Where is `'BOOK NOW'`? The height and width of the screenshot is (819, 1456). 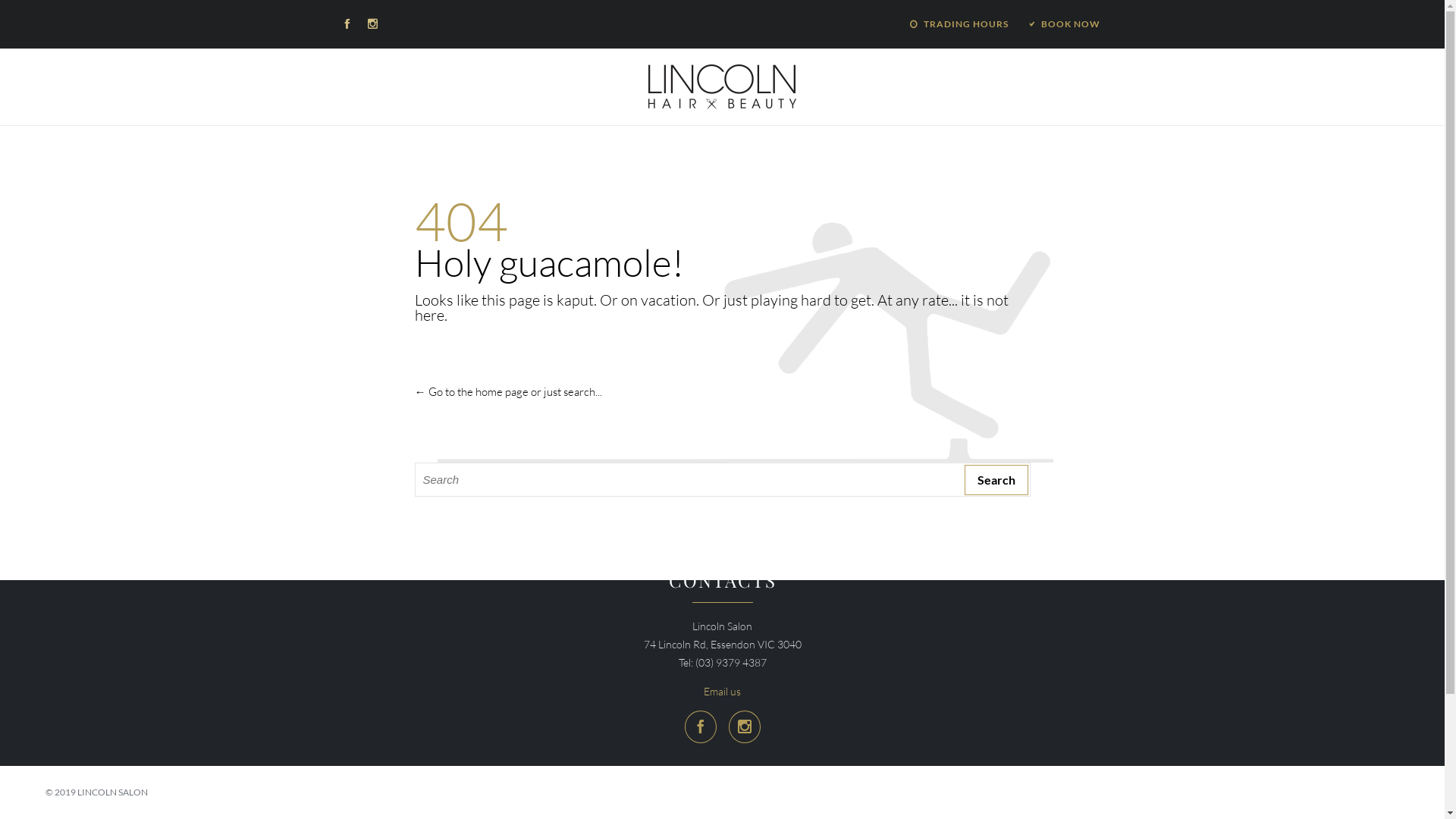
'BOOK NOW' is located at coordinates (1062, 24).